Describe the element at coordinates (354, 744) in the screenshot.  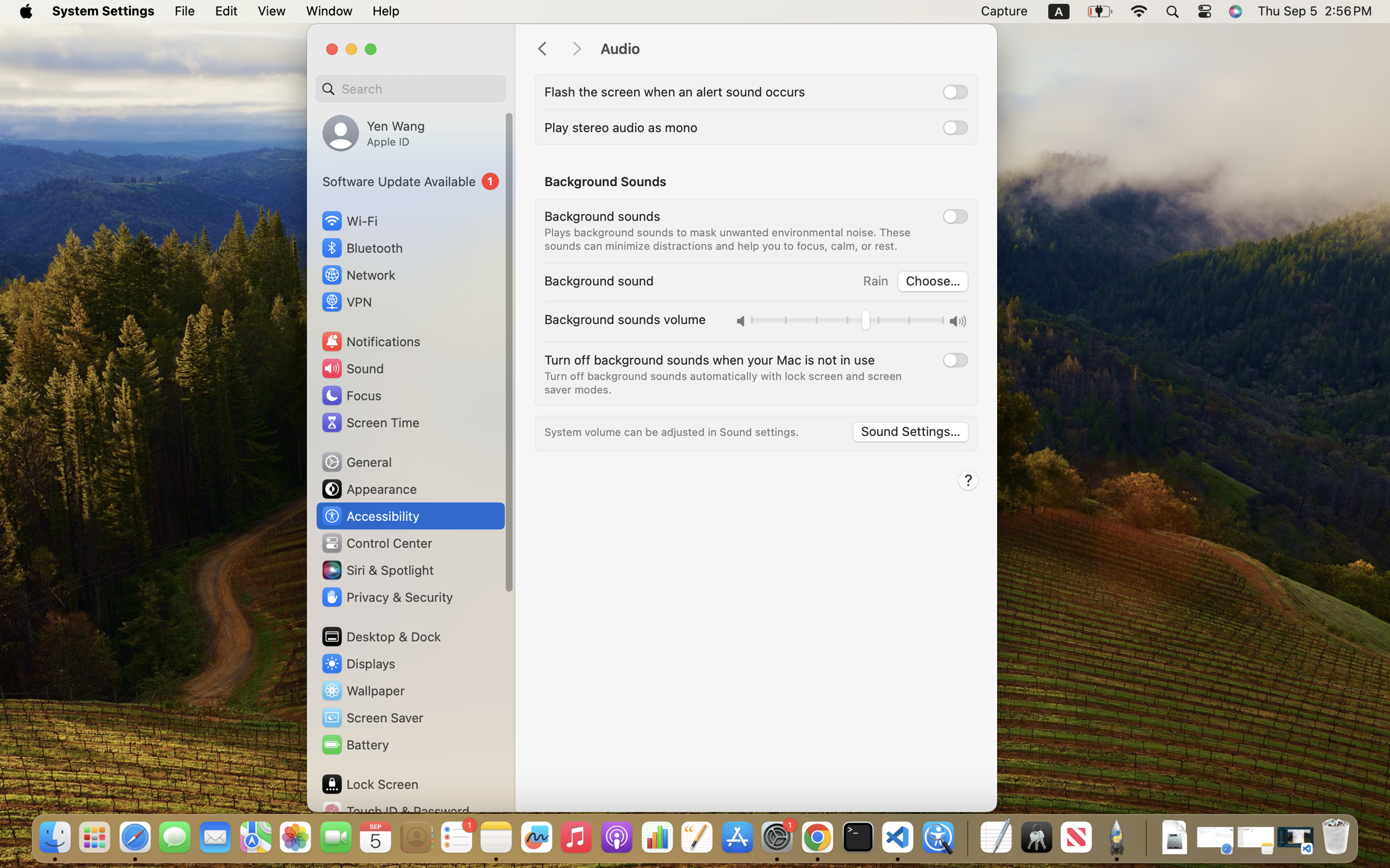
I see `'Battery'` at that location.